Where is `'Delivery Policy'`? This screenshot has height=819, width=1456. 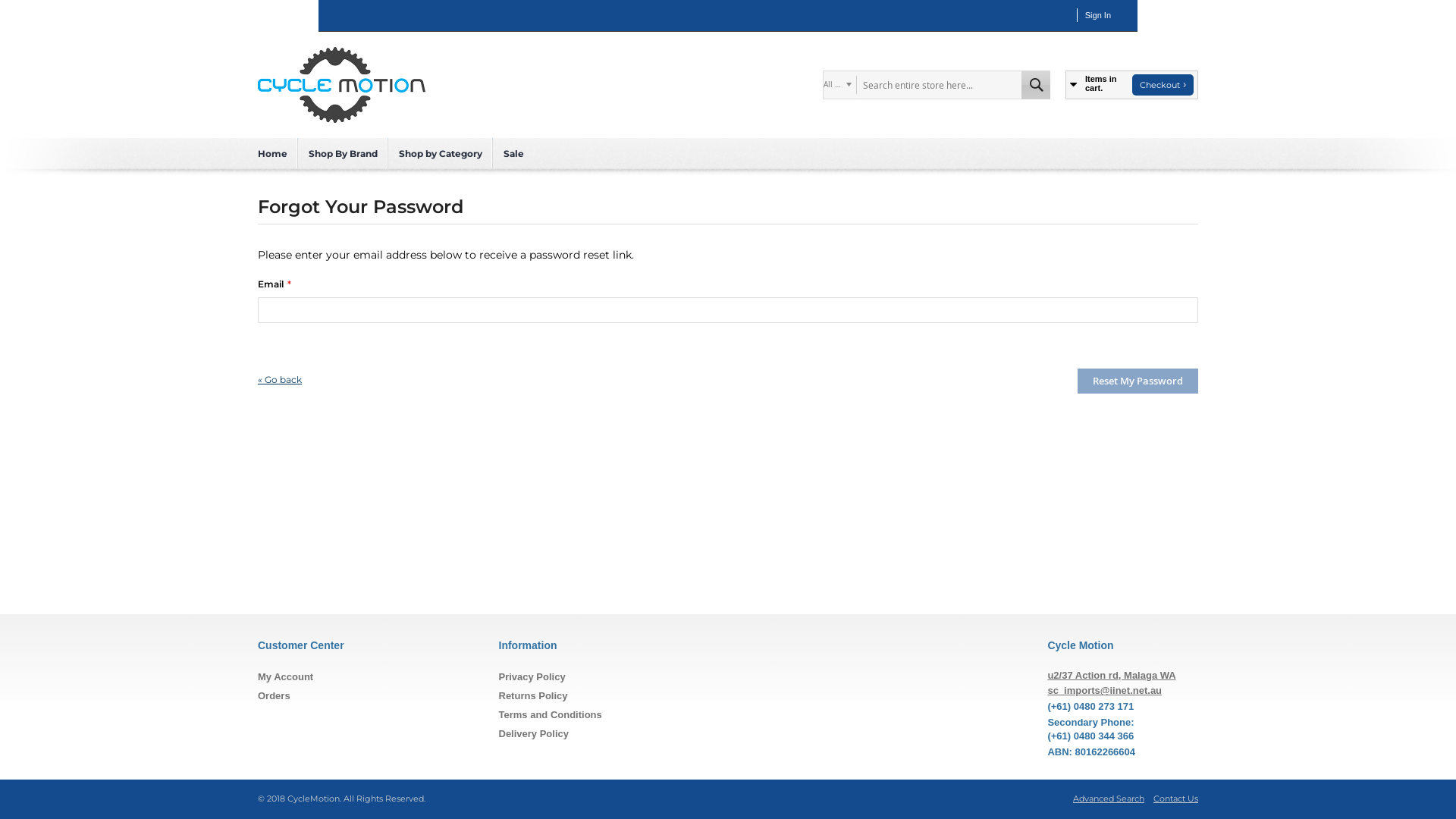 'Delivery Policy' is located at coordinates (534, 733).